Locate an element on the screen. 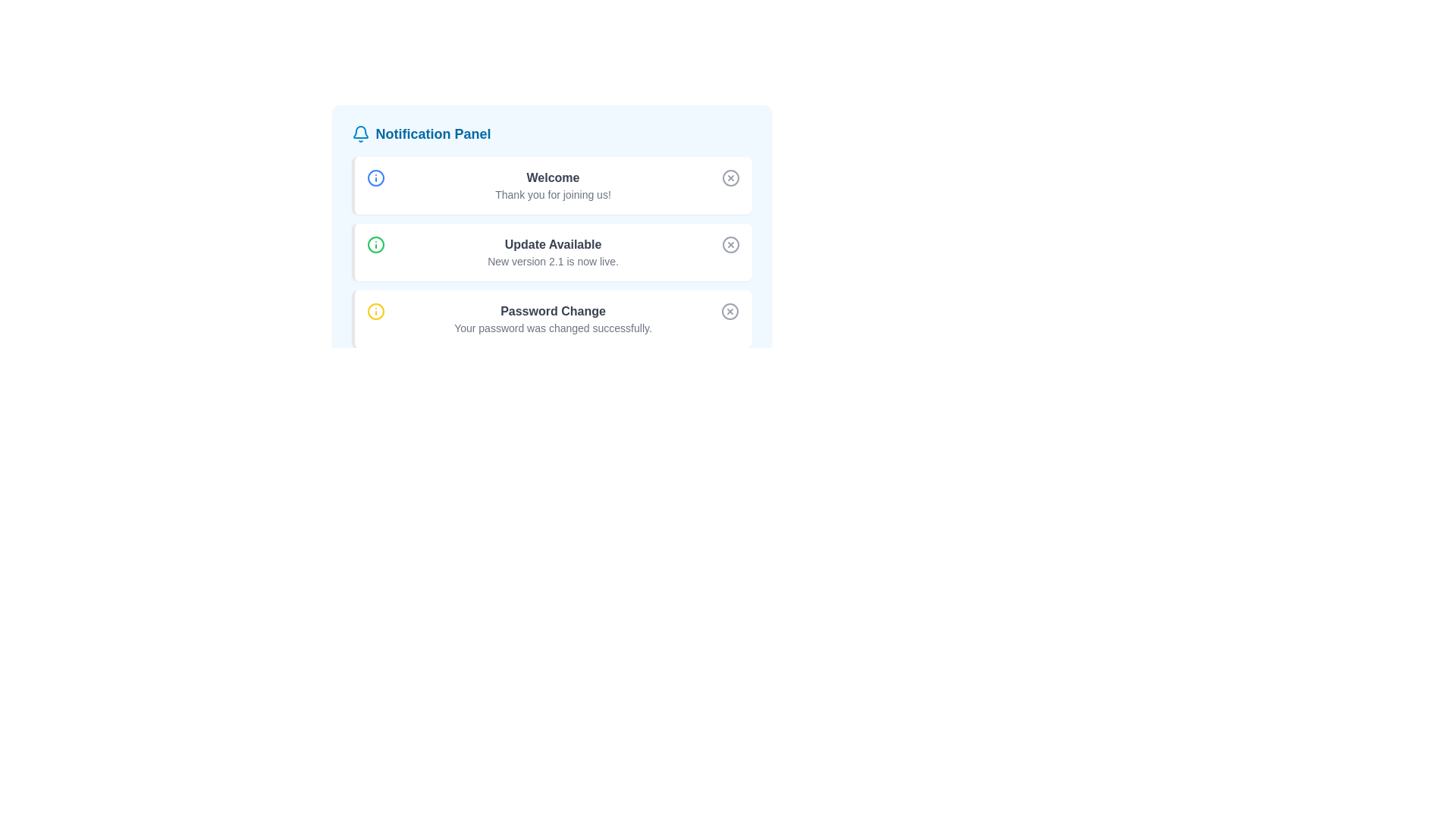 The image size is (1456, 819). the Text Display Component located in the first notification box, positioned to the right of a blue circular icon is located at coordinates (552, 185).